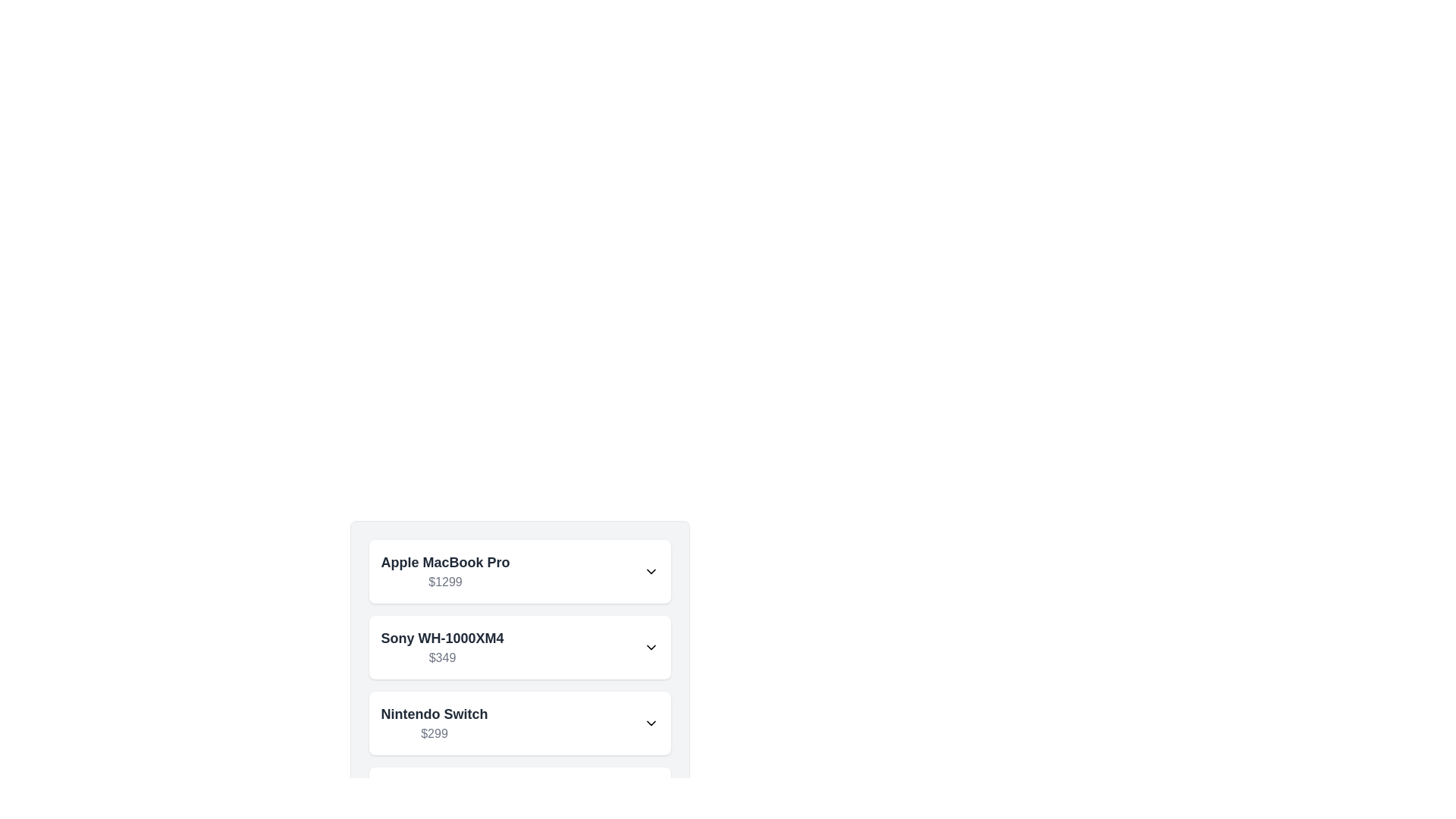 This screenshot has height=819, width=1456. Describe the element at coordinates (433, 733) in the screenshot. I see `the price text label displaying '$299', which is located beneath the 'Nintendo Switch' product title in the product listing interface` at that location.